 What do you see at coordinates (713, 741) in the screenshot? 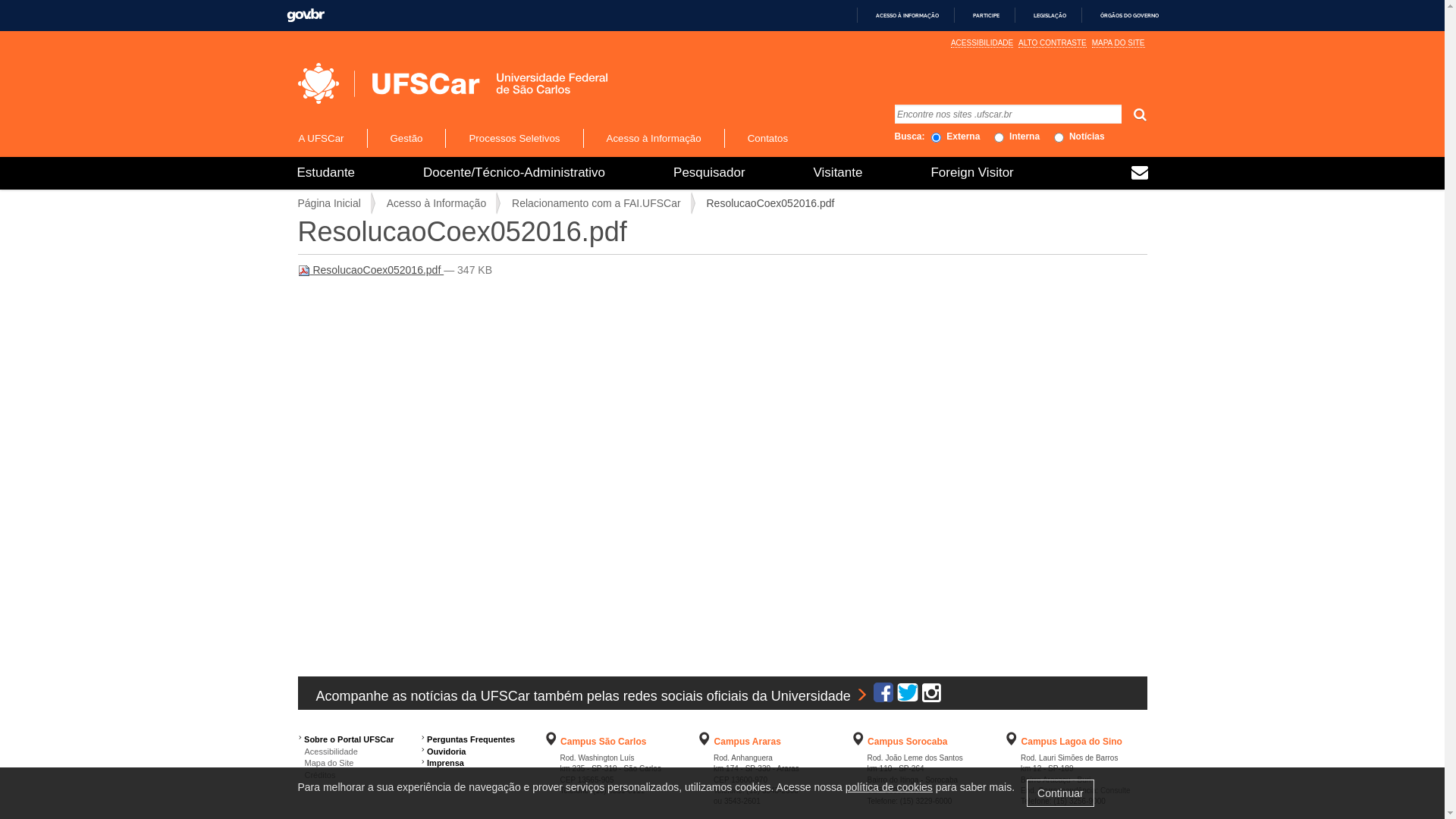
I see `'Campus Araras'` at bounding box center [713, 741].